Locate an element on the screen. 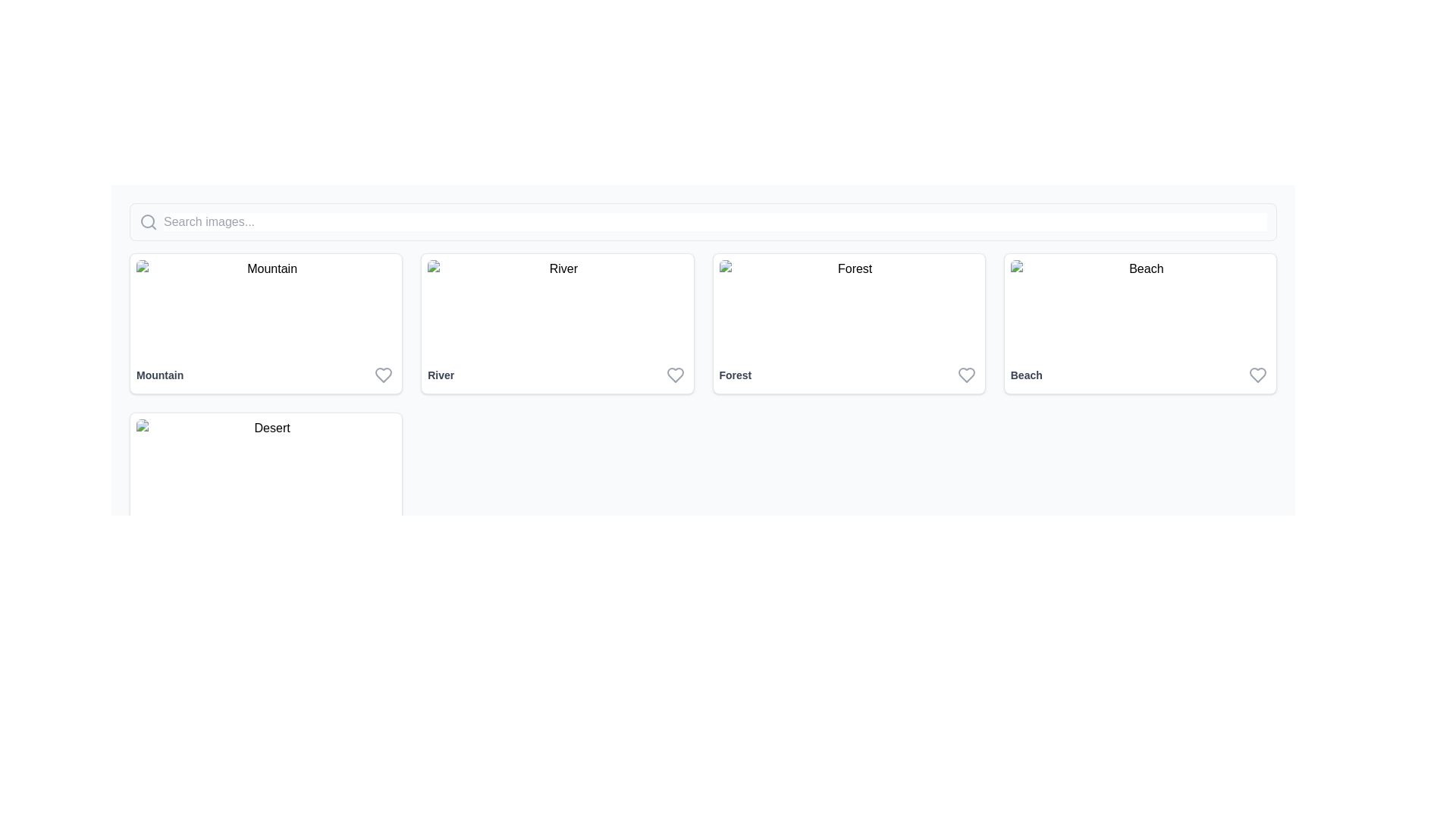 The height and width of the screenshot is (819, 1456). the circular gray button with a hollow heart-shaped icon located at the bottom-right corner of the 'River' card is located at coordinates (674, 375).